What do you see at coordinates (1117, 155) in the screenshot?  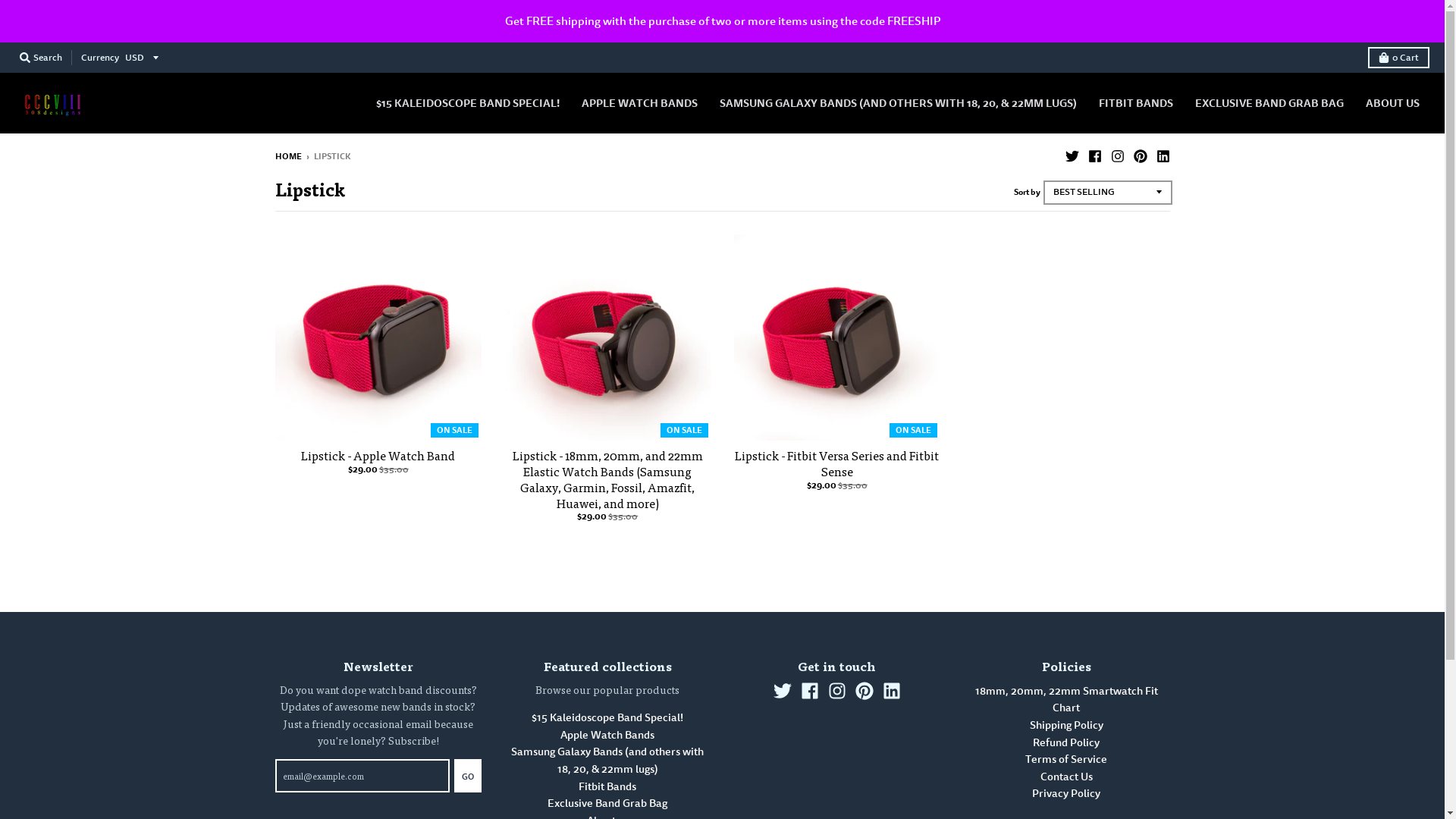 I see `'Instagram - 308designs - CCCVIII'` at bounding box center [1117, 155].